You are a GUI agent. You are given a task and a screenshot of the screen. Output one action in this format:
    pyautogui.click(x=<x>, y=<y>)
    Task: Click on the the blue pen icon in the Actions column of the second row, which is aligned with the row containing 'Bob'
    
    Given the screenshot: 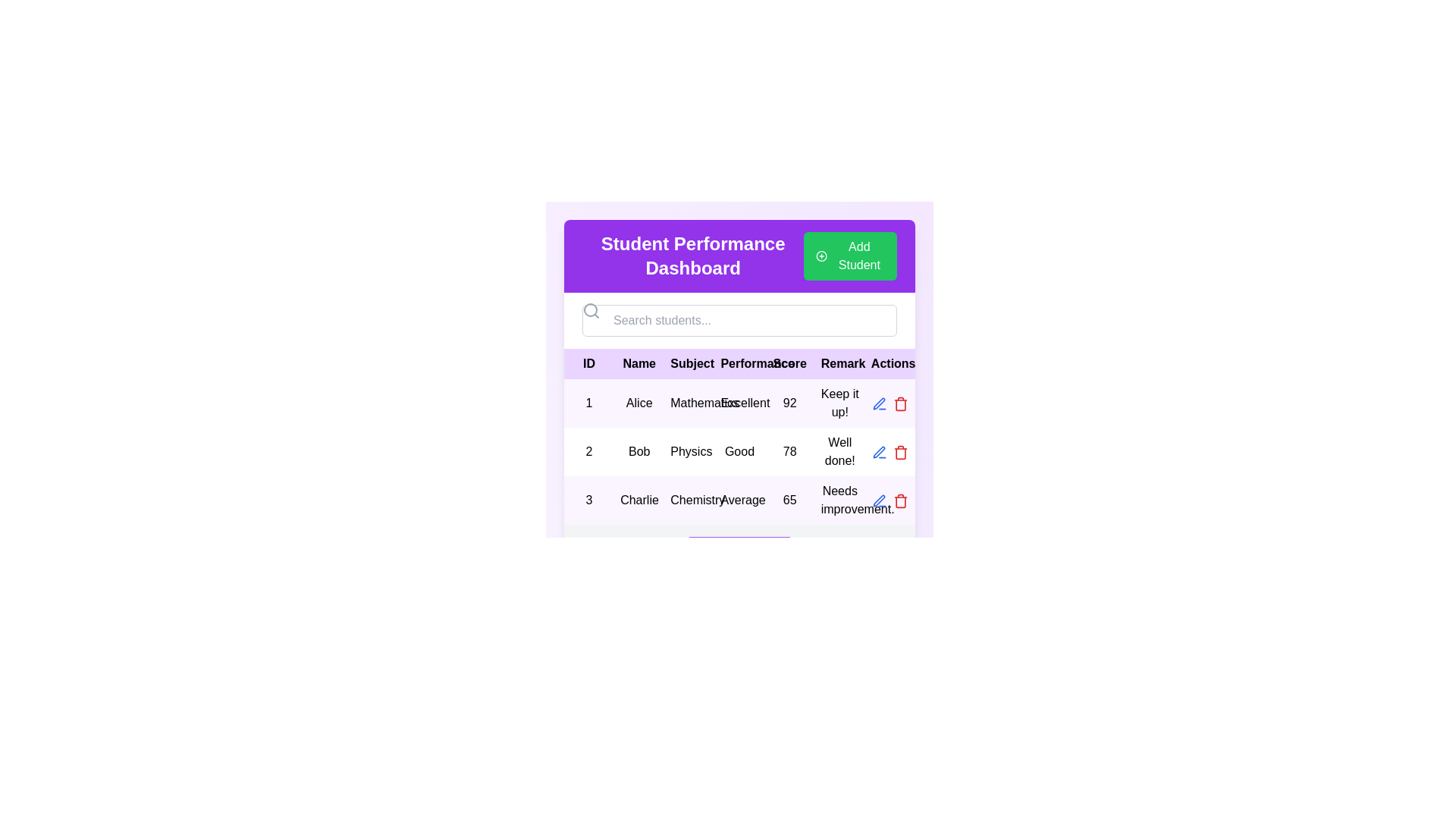 What is the action you would take?
    pyautogui.click(x=879, y=403)
    